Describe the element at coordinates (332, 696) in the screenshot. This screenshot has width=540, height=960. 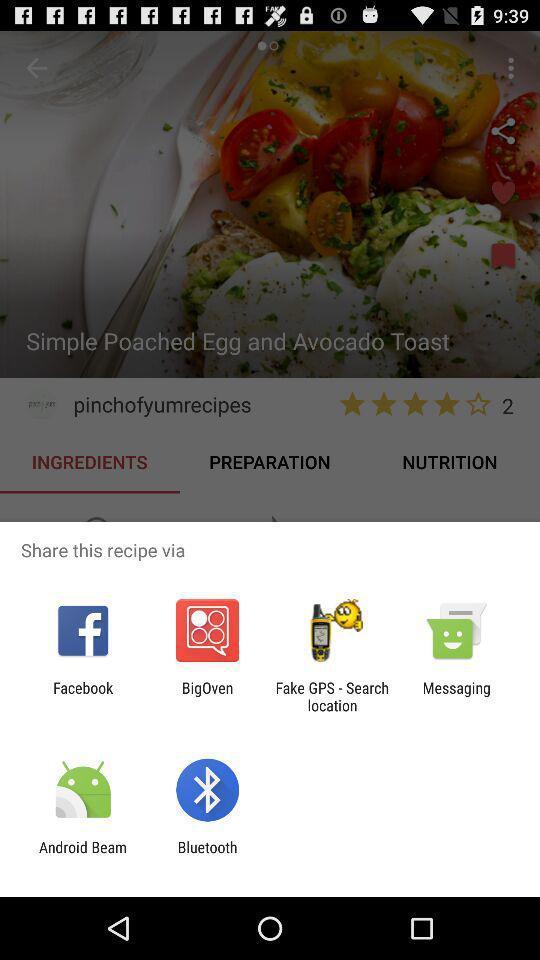
I see `the app next to messaging item` at that location.